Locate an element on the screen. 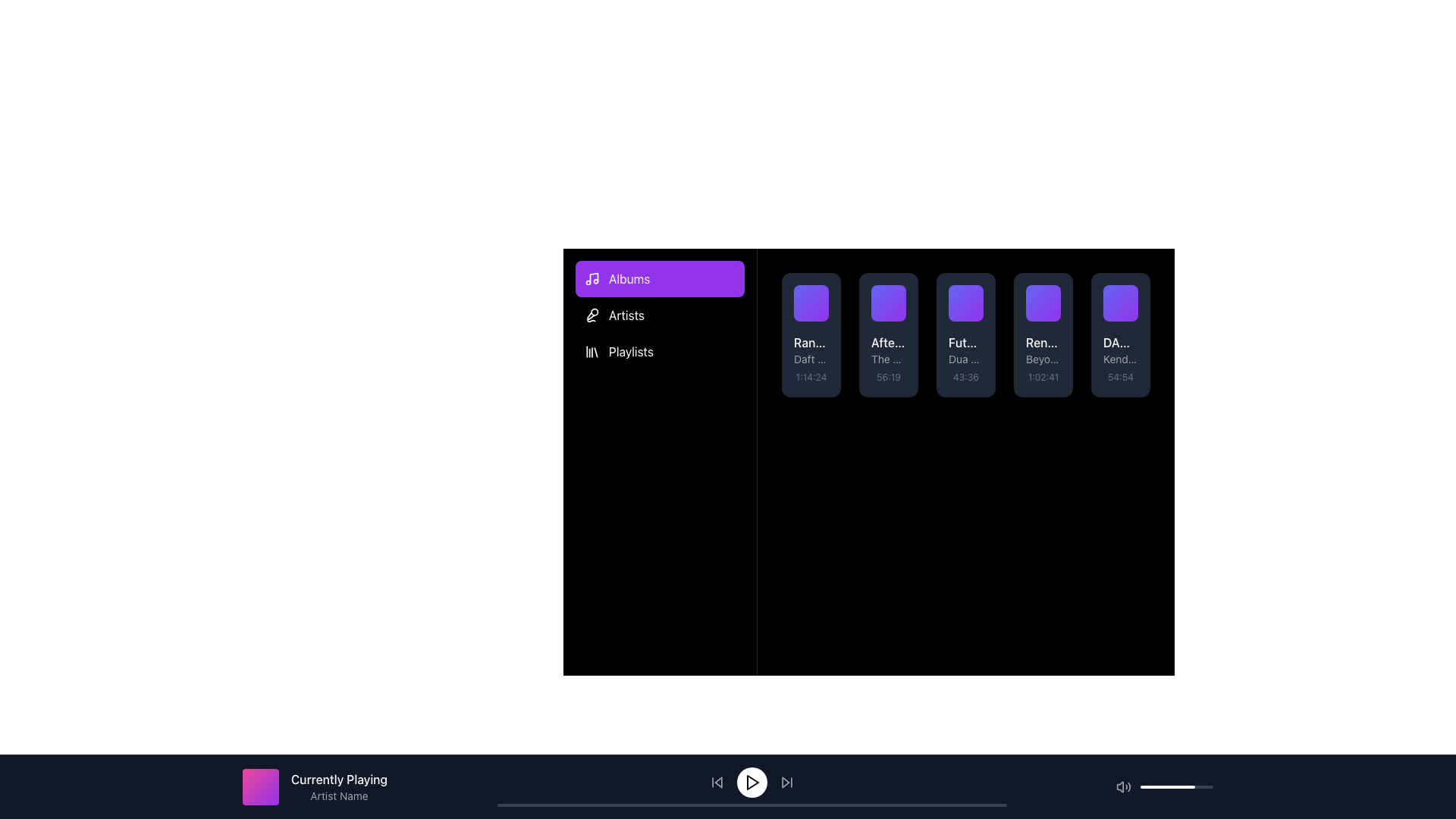  the small heart-shaped button located at the top-right corner of the album 'DAMN.' card to mark the album as a favorite is located at coordinates (1128, 294).